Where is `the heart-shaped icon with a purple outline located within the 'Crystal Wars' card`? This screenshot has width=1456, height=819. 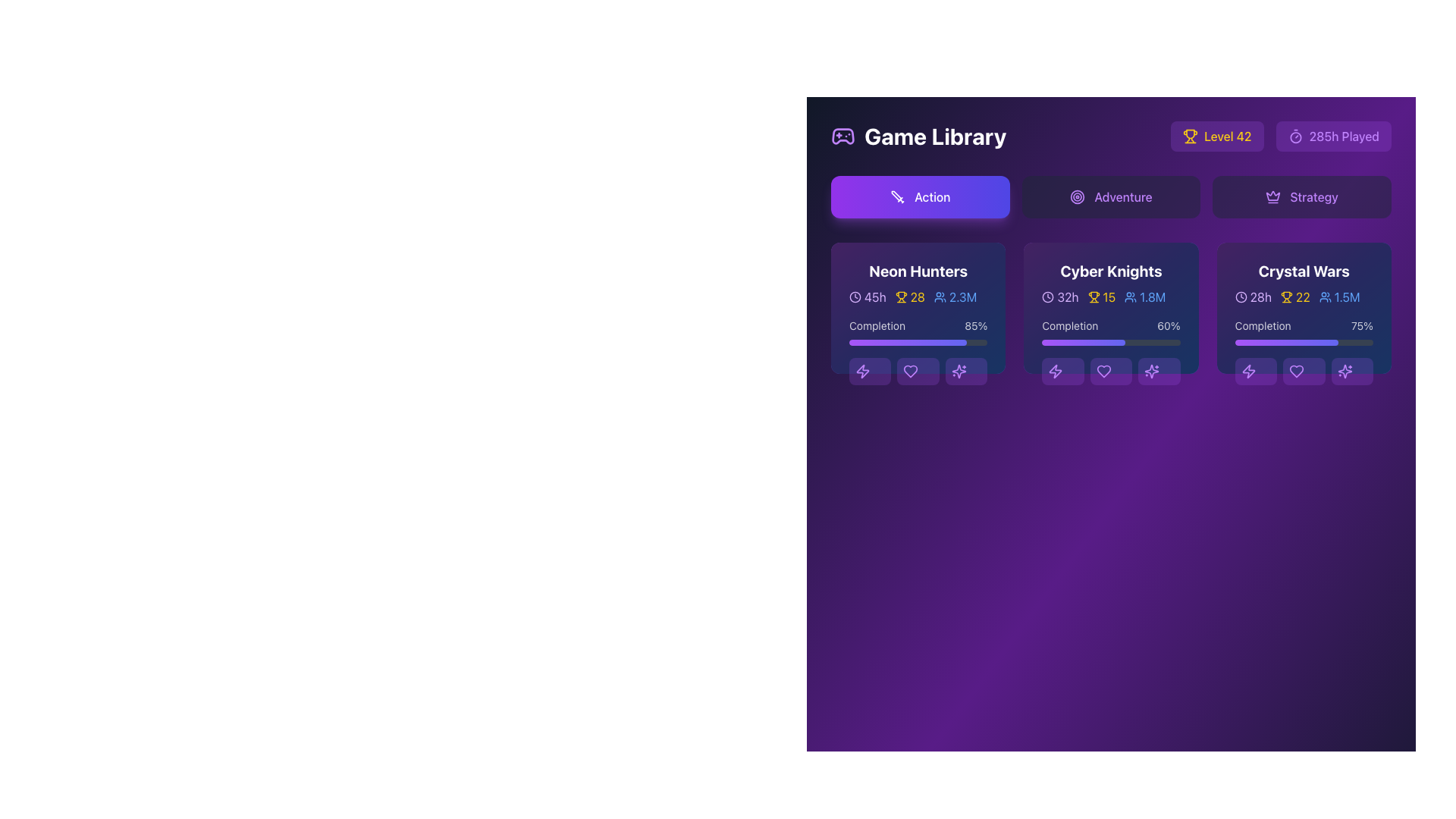
the heart-shaped icon with a purple outline located within the 'Crystal Wars' card is located at coordinates (1295, 371).